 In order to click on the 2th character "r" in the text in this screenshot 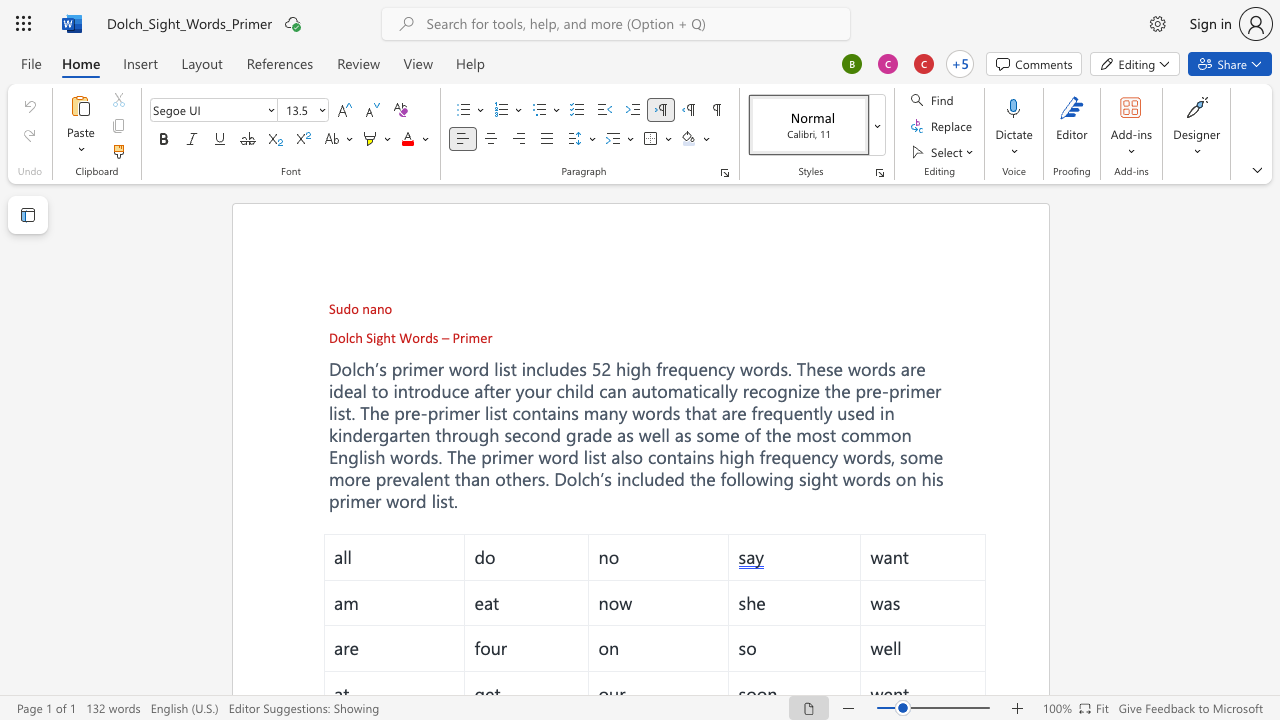, I will do `click(461, 336)`.